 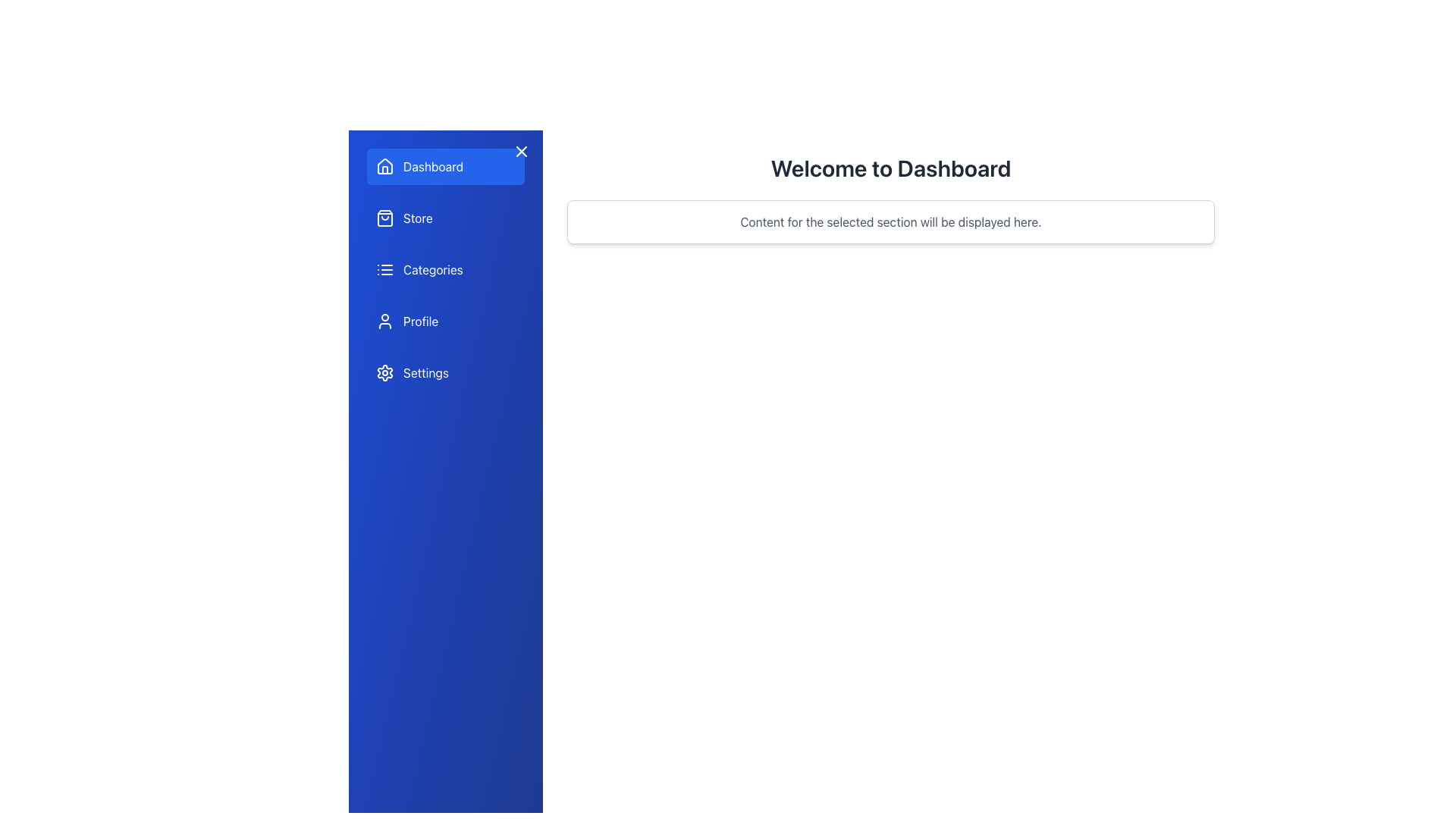 I want to click on textual information of the 'Profile' label component, which is styled in white on a blue background and is located next to a user profile icon in the vertical navigation menu, so click(x=421, y=321).